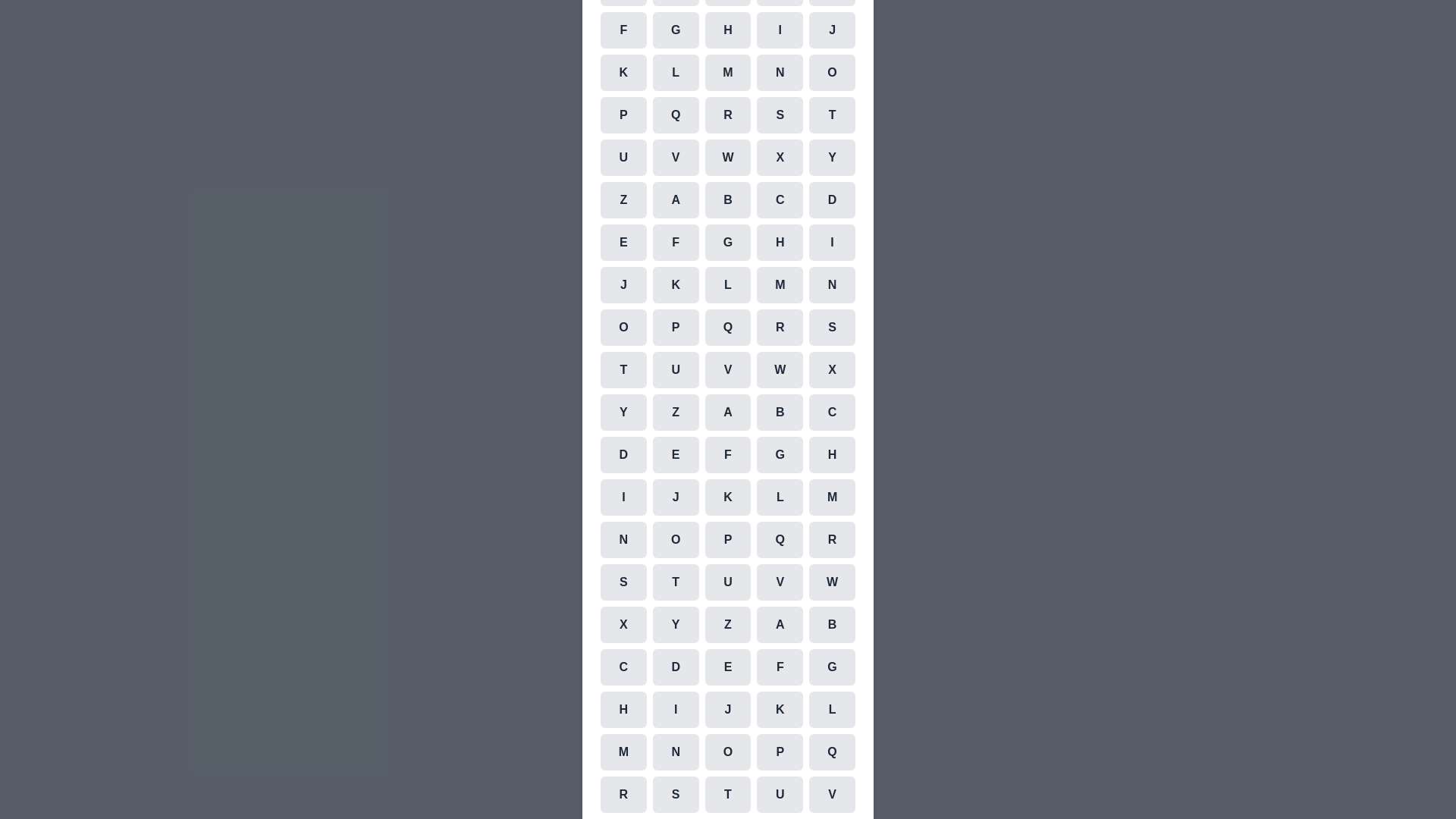  I want to click on the cell representing the character V, so click(675, 158).